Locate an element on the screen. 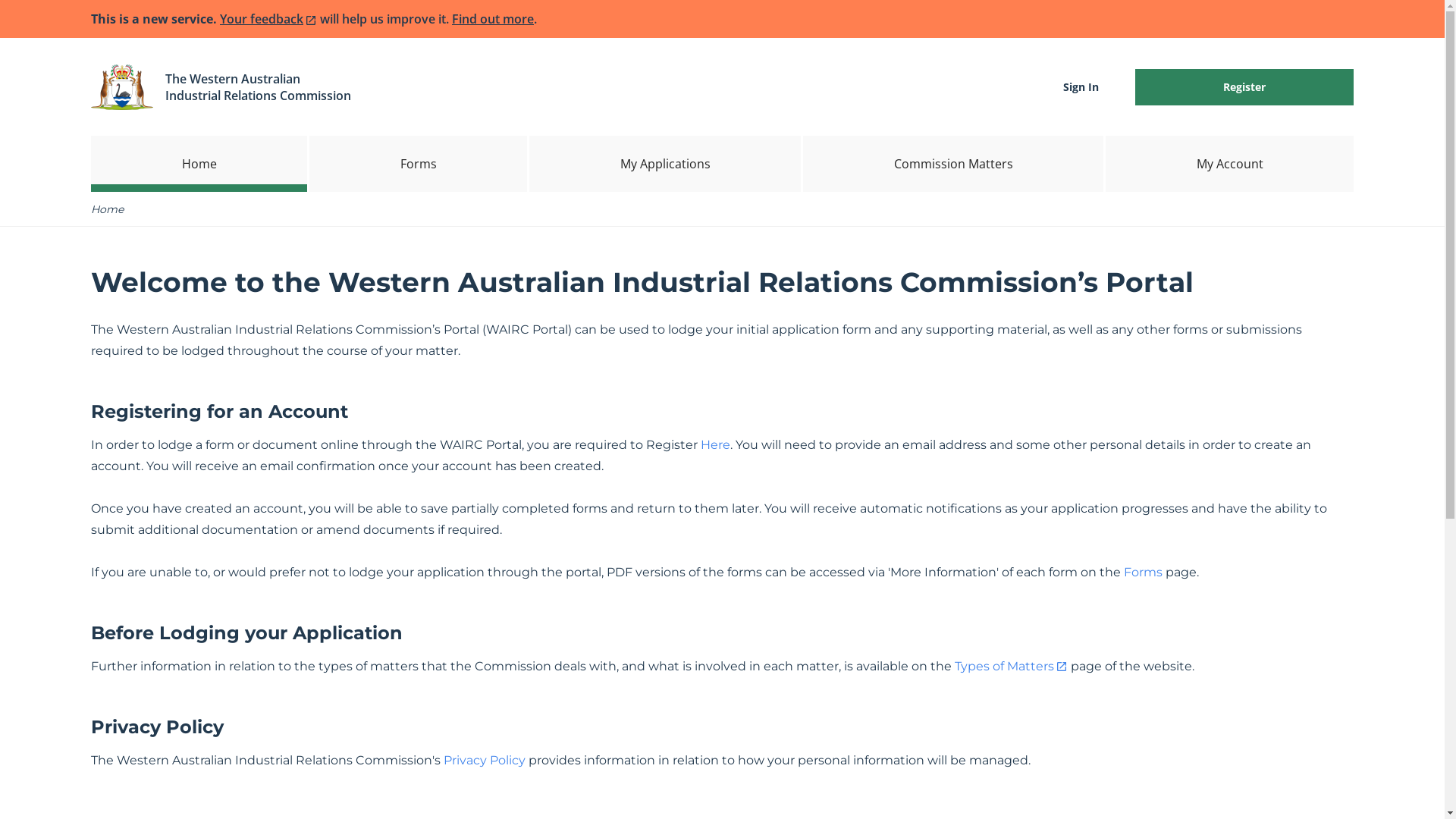 The image size is (1456, 819). 'Sign In' is located at coordinates (1080, 87).